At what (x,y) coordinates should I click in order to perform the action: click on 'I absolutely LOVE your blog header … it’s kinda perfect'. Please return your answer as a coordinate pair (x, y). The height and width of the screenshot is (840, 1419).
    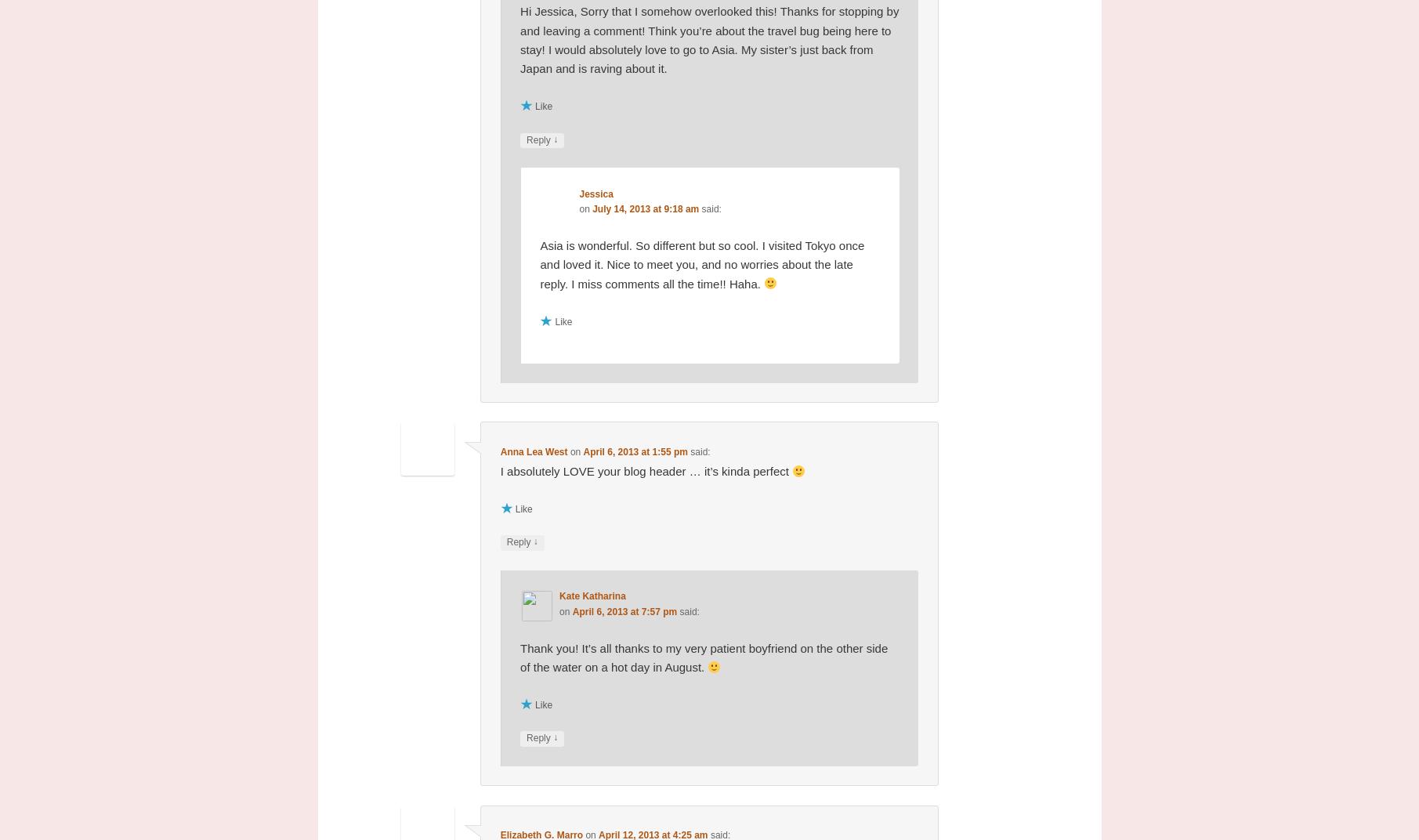
    Looking at the image, I should click on (646, 470).